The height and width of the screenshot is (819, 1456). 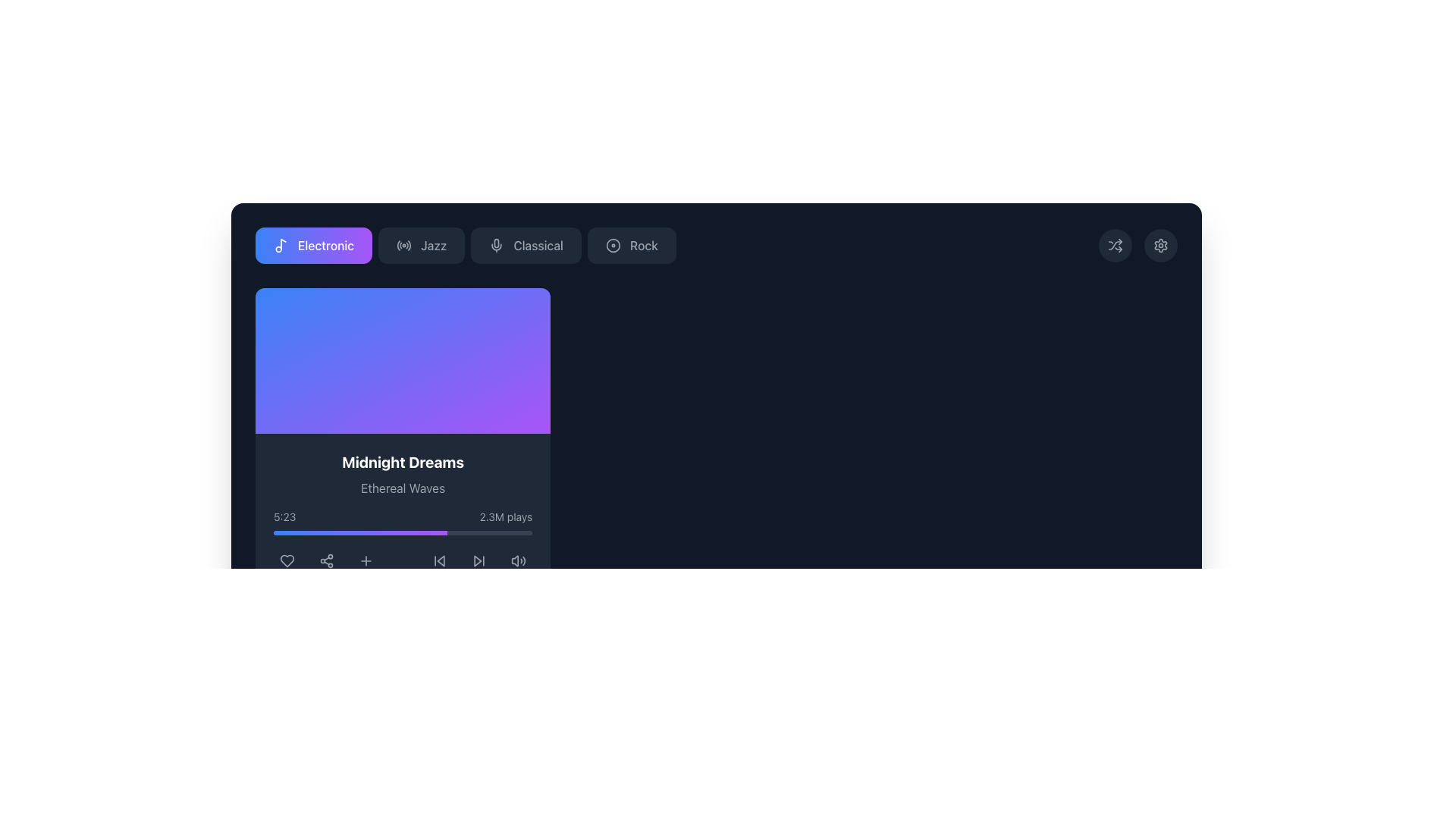 What do you see at coordinates (479, 561) in the screenshot?
I see `the forward skip button located at the bottom section of the playback controls in the music player, positioned to the right of the backward arrow icon and to the left of the volume control icon, to skip to the next item in the playlist` at bounding box center [479, 561].